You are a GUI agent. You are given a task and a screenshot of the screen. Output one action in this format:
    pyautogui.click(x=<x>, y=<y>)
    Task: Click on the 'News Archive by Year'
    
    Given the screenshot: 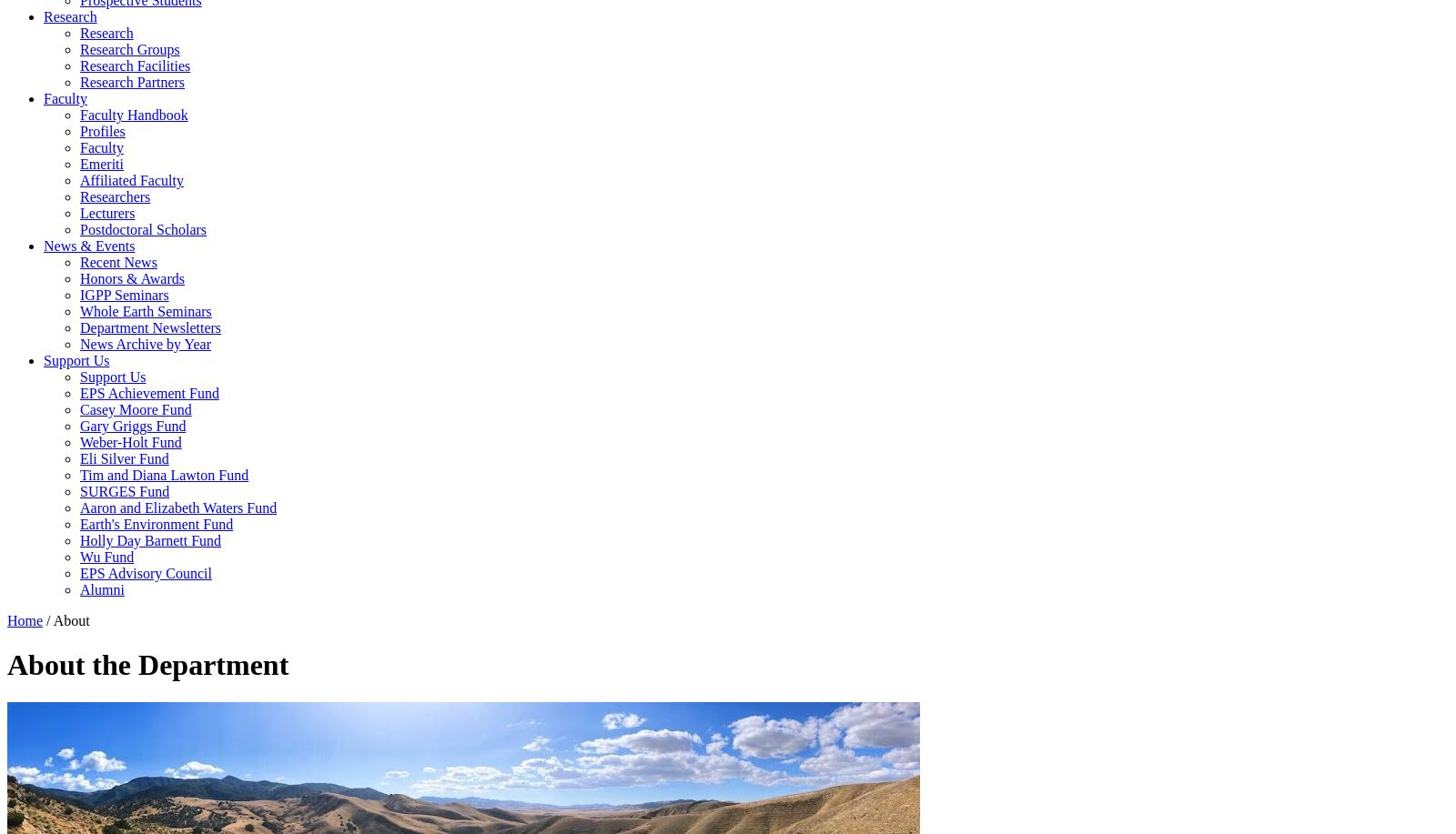 What is the action you would take?
    pyautogui.click(x=79, y=343)
    